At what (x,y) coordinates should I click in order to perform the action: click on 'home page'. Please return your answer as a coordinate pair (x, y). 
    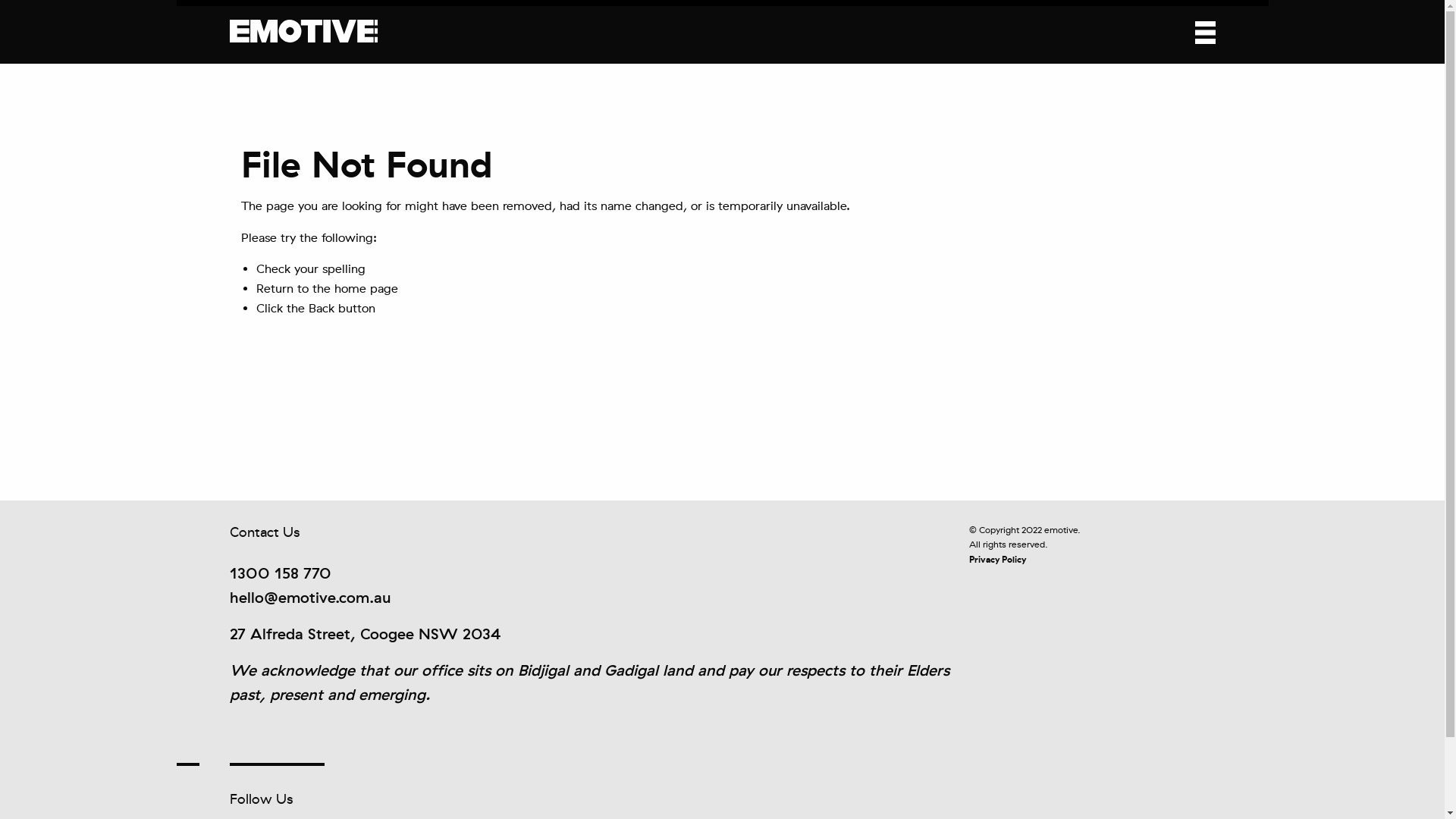
    Looking at the image, I should click on (365, 288).